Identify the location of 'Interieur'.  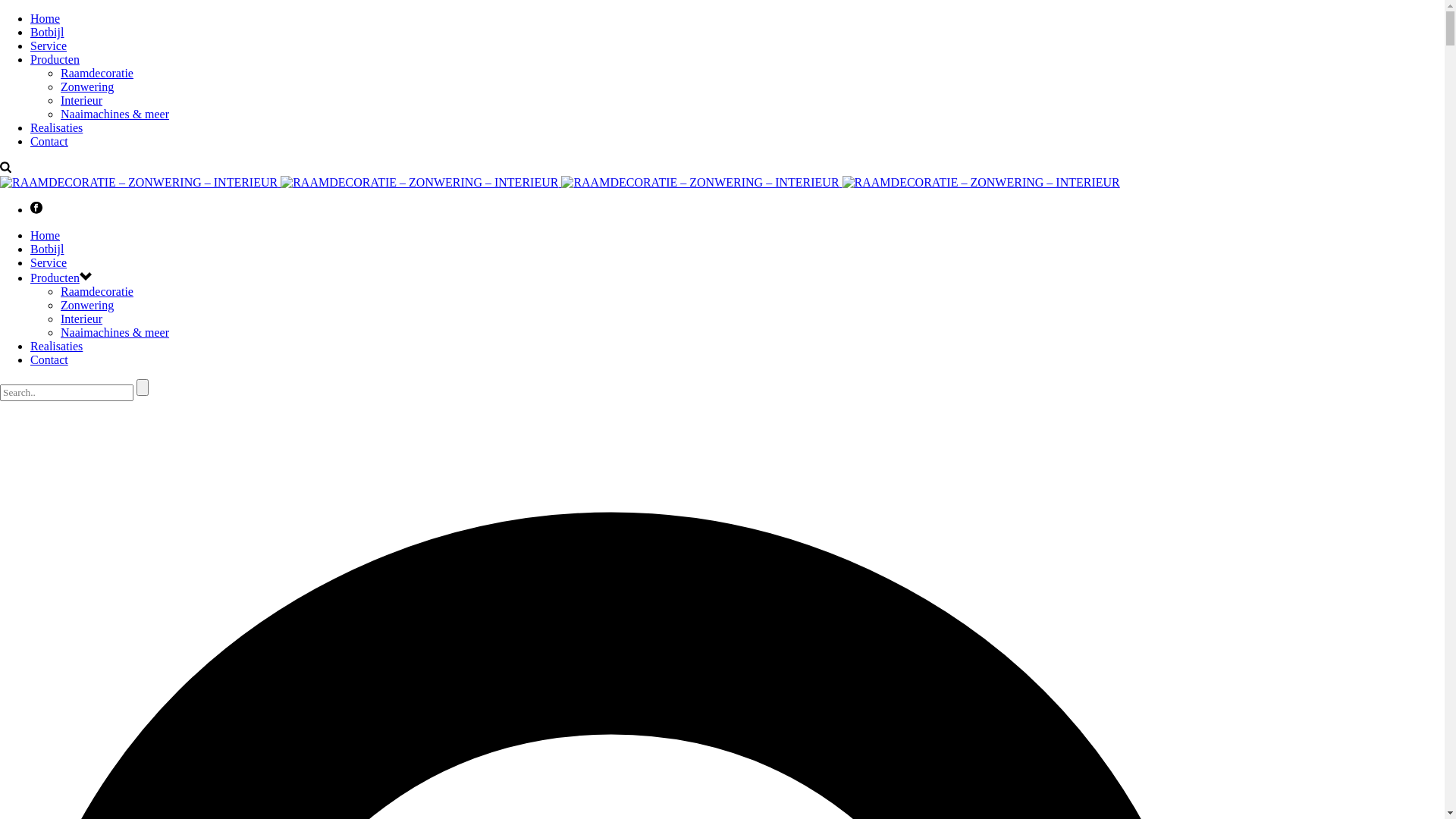
(80, 318).